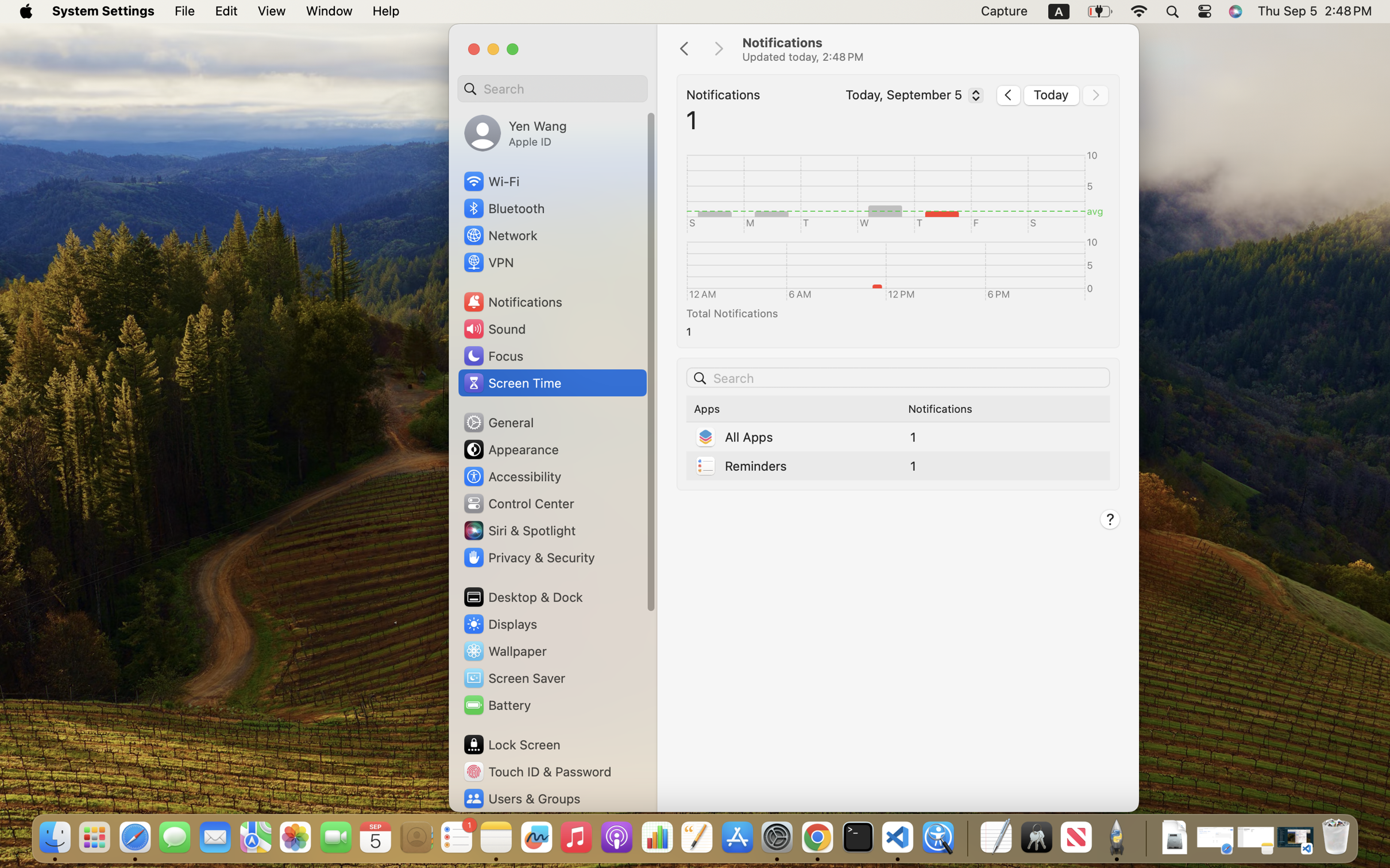 The width and height of the screenshot is (1390, 868). Describe the element at coordinates (492, 355) in the screenshot. I see `'Focus'` at that location.